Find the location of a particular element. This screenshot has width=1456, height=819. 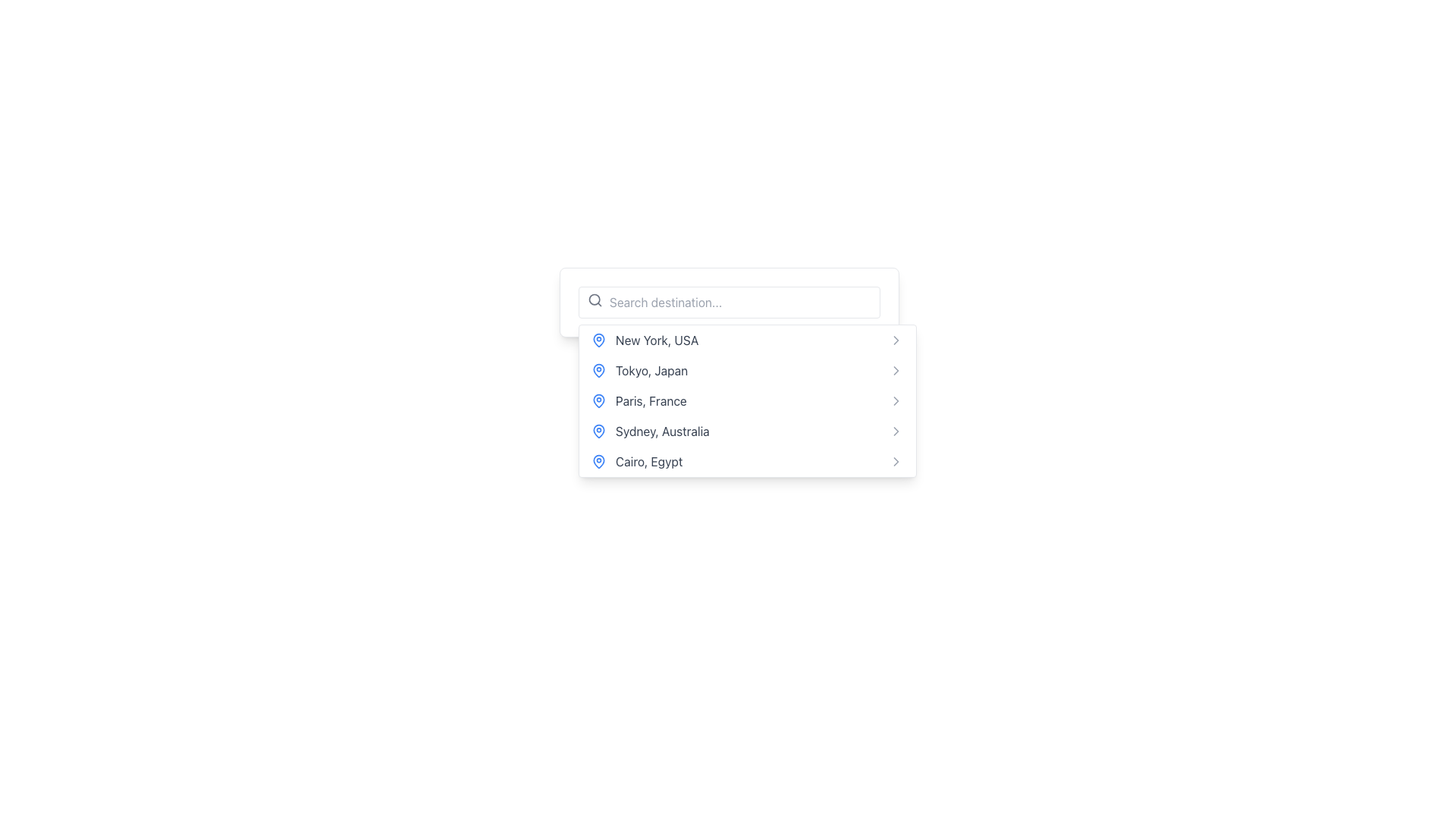

the Chevron Right icon next is located at coordinates (896, 371).